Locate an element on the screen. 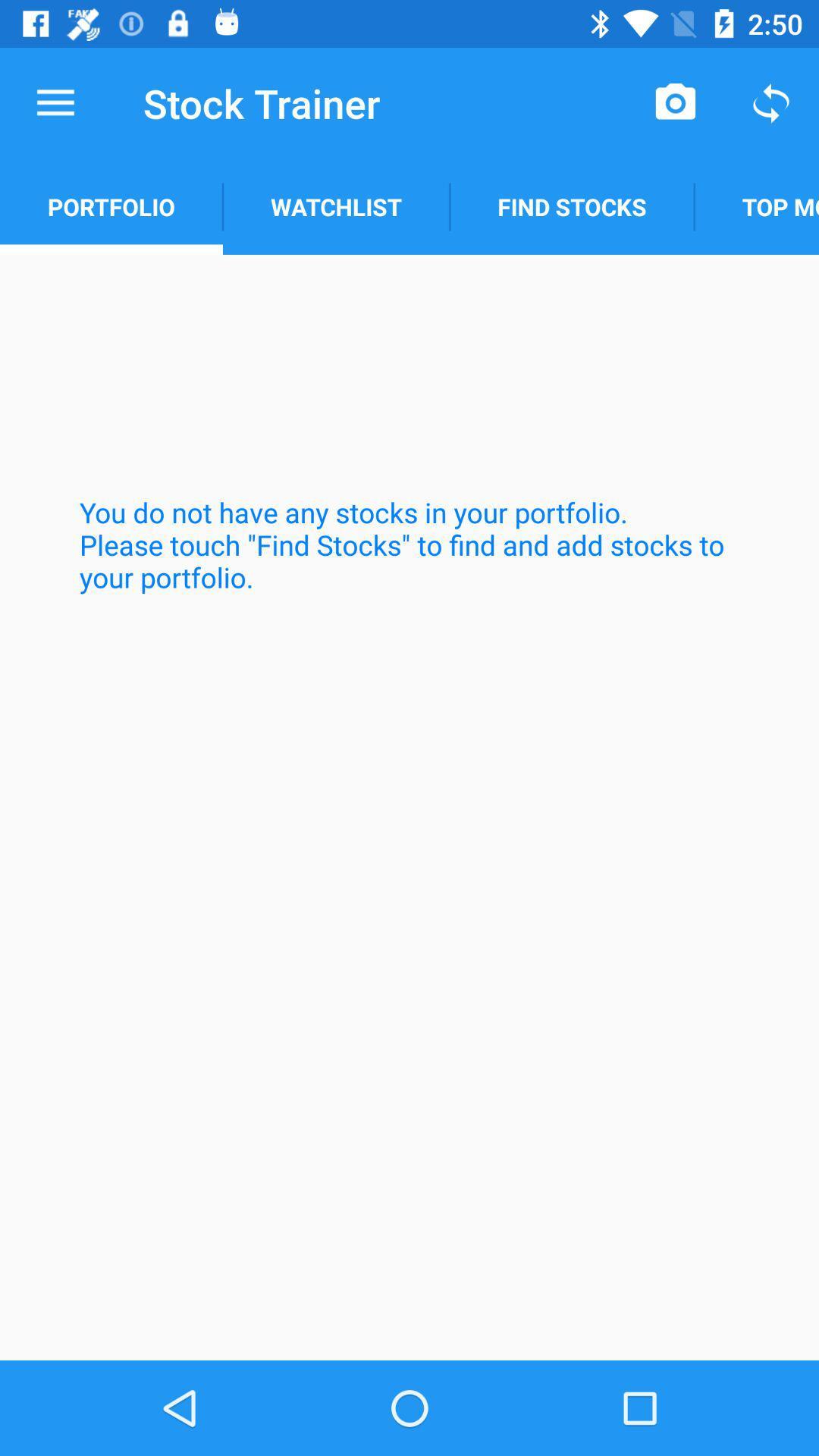 The width and height of the screenshot is (819, 1456). item to the right of portfolio is located at coordinates (335, 206).